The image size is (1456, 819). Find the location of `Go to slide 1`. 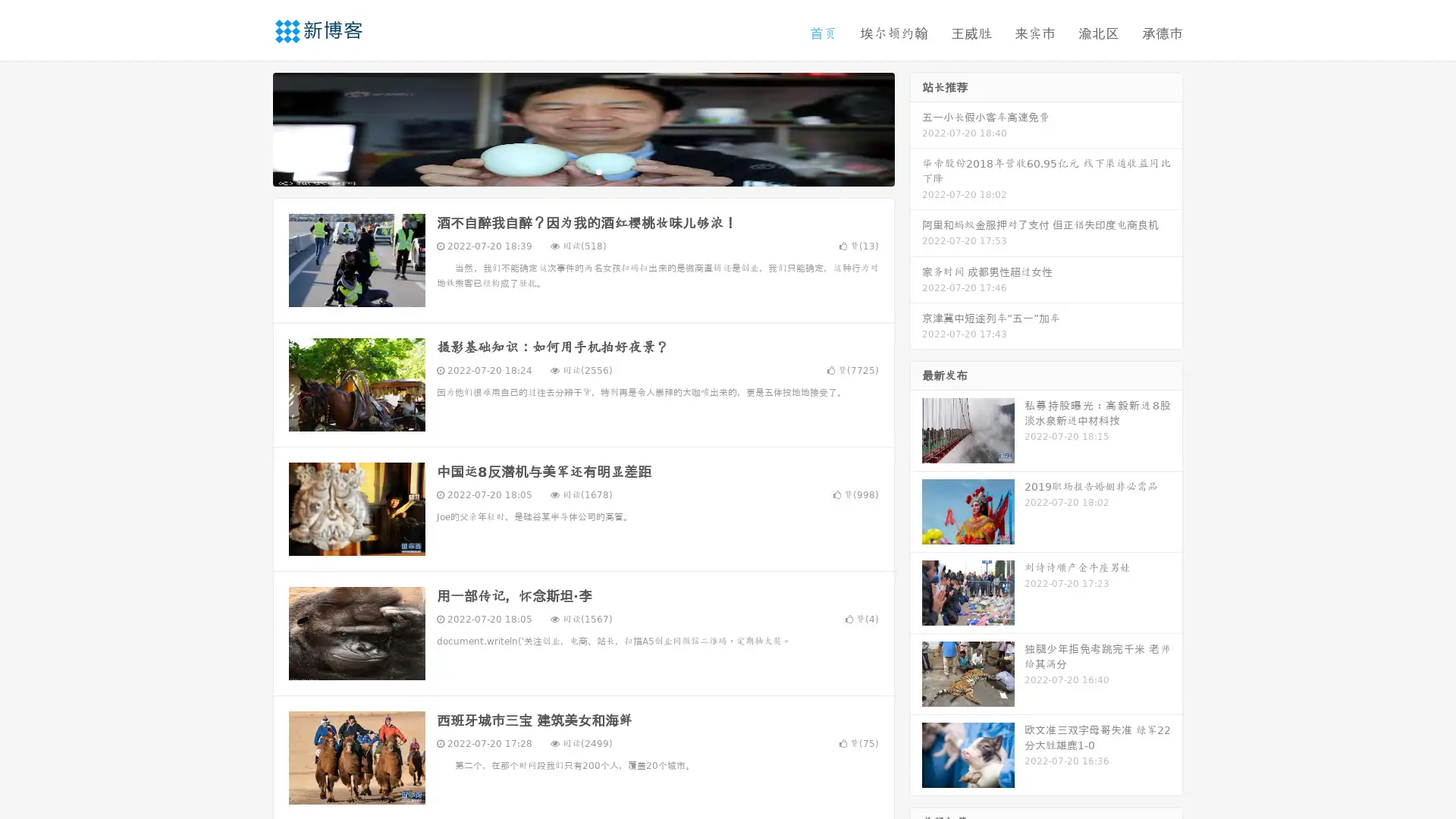

Go to slide 1 is located at coordinates (567, 171).